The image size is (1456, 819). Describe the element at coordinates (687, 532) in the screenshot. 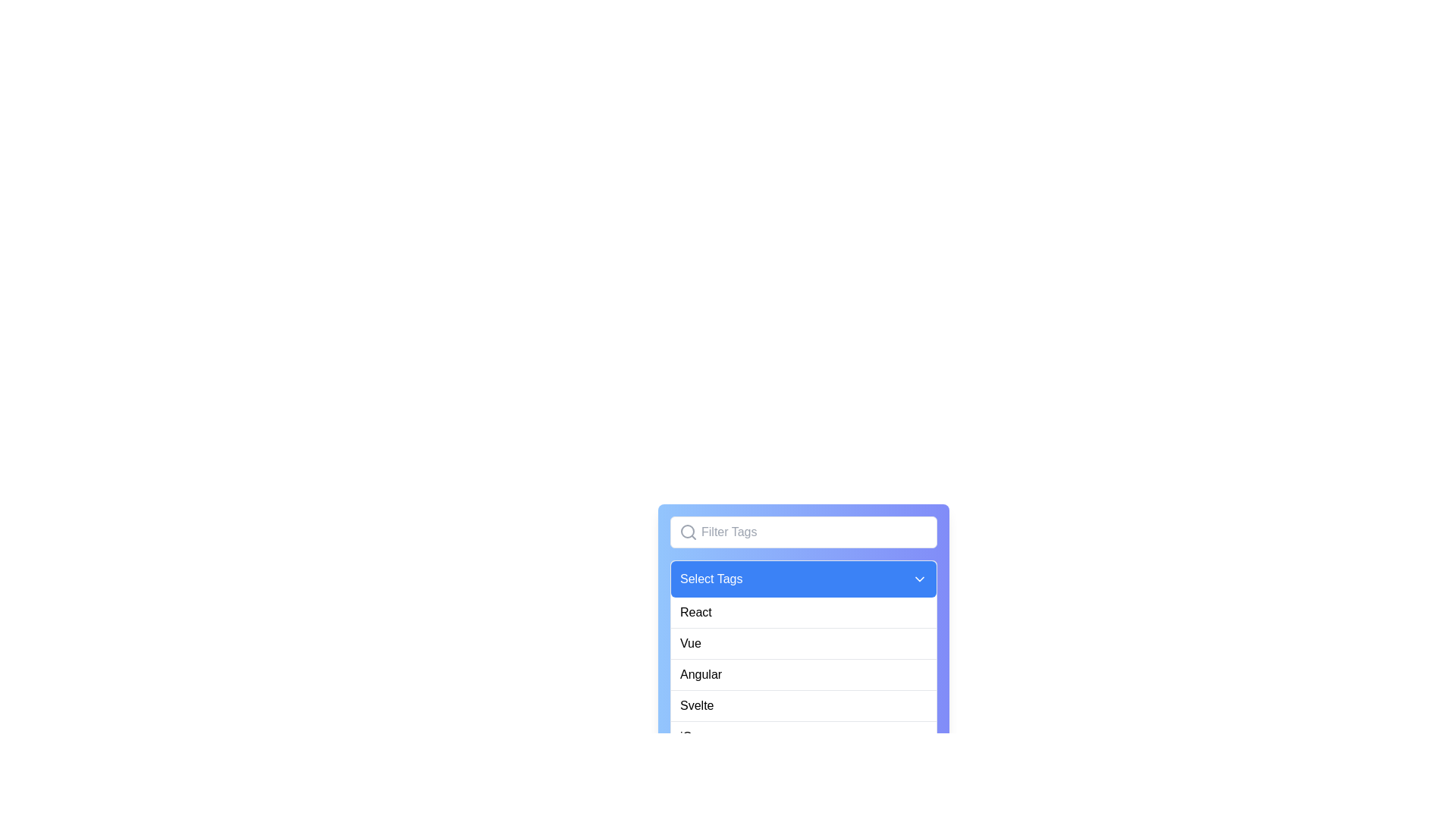

I see `the small gray magnifying glass icon located to the left inside the 'Filter Tags' text input field` at that location.